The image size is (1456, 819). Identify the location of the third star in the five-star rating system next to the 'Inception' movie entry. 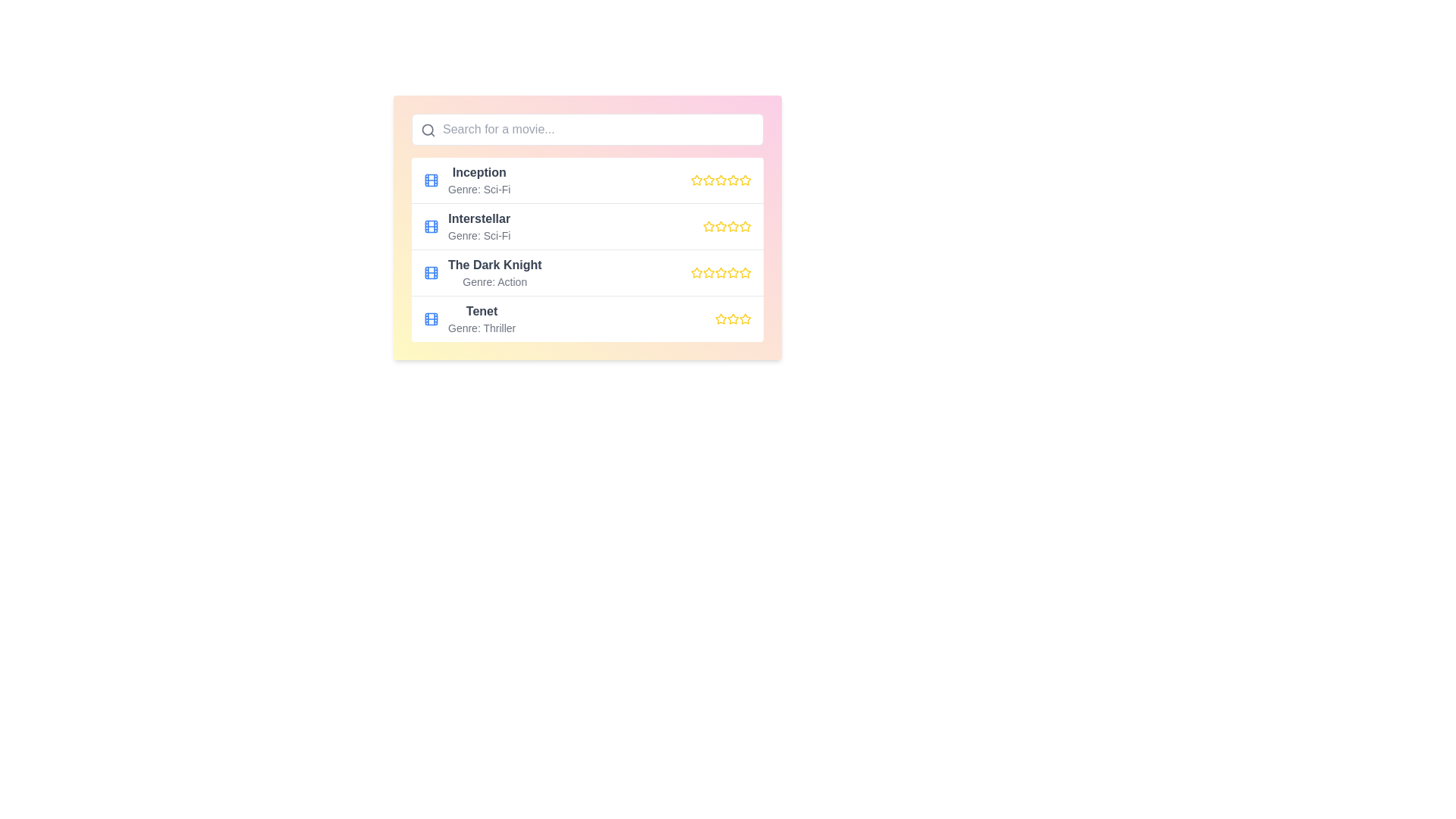
(708, 180).